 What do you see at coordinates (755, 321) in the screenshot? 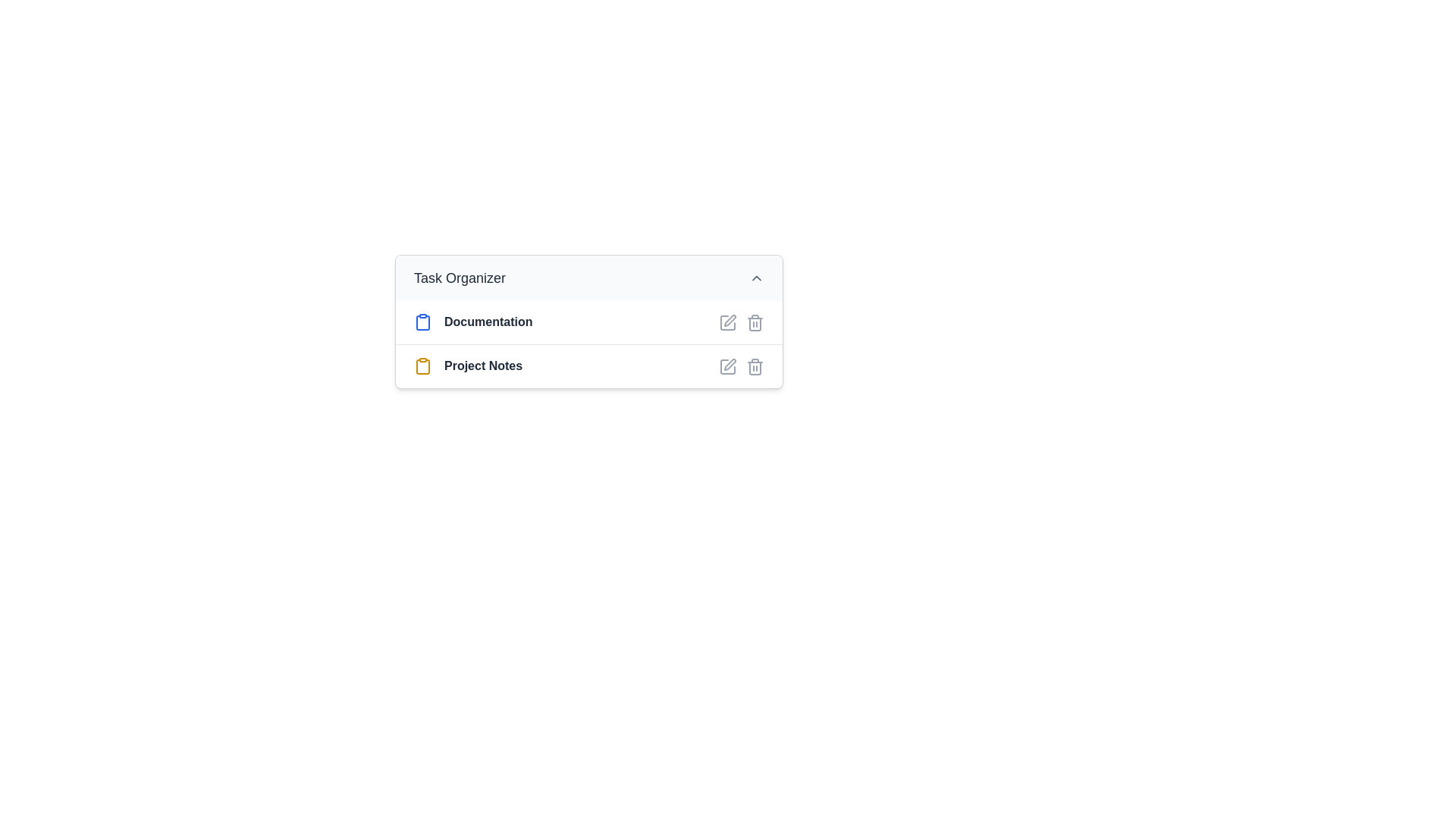
I see `the trash bin icon button located on the right side of the 'Documentation' task row to change its color` at bounding box center [755, 321].